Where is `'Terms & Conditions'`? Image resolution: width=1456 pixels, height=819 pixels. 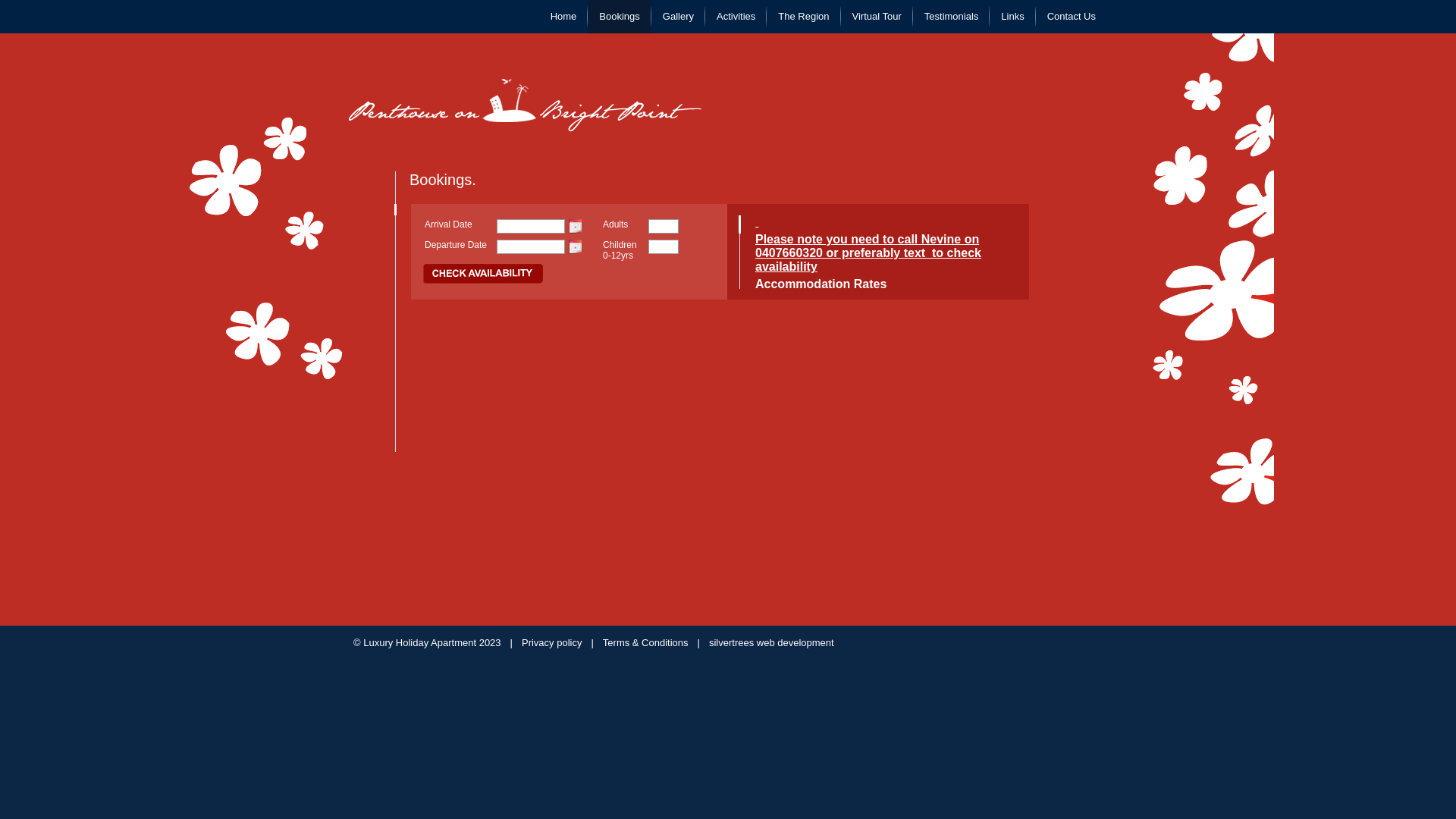 'Terms & Conditions' is located at coordinates (645, 642).